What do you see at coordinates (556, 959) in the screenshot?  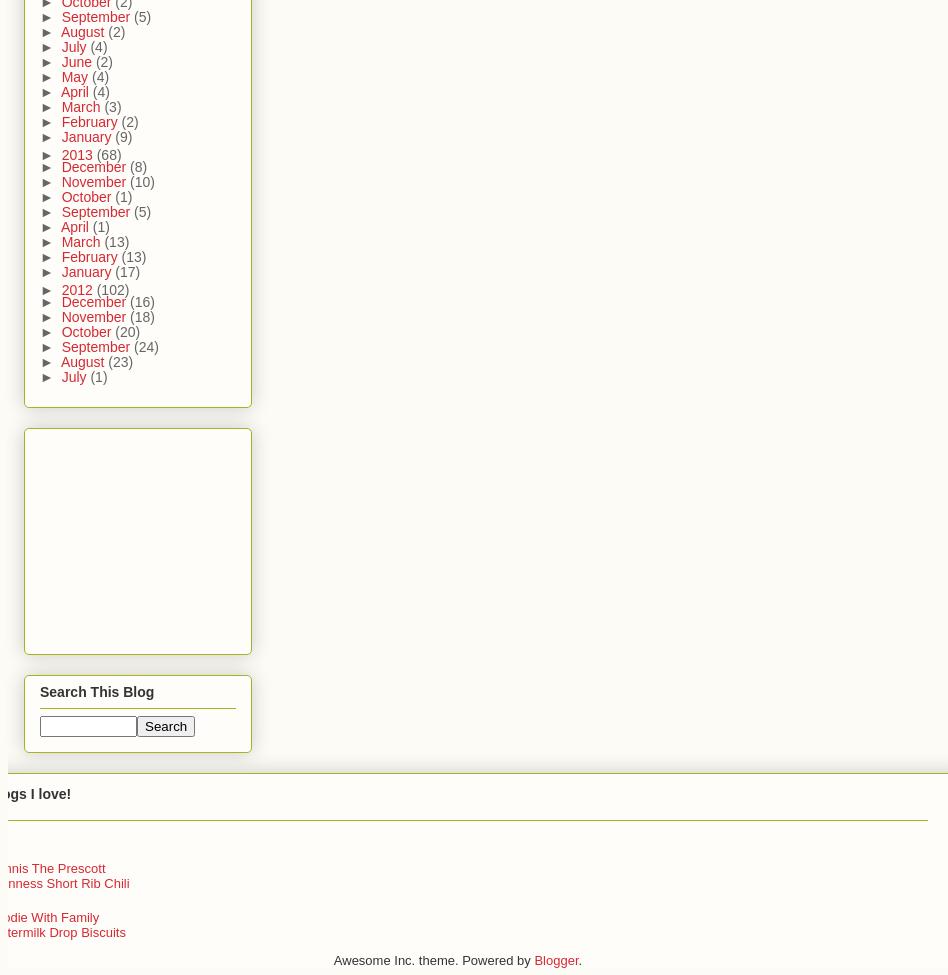 I see `'Blogger'` at bounding box center [556, 959].